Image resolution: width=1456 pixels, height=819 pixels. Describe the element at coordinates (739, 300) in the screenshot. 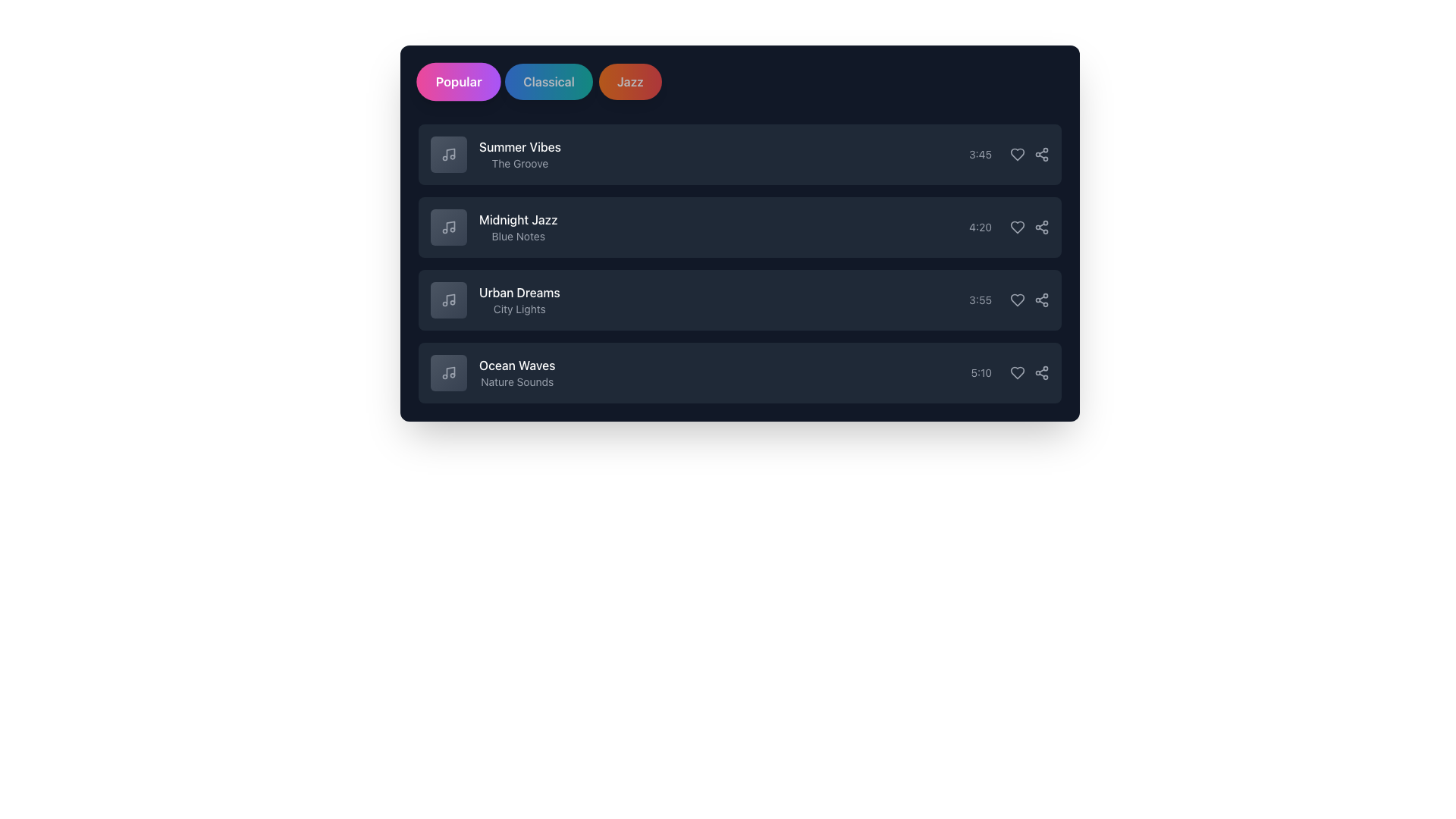

I see `the playlist item 'Urban Dreams' displayed with a dark gray background and song title in white` at that location.